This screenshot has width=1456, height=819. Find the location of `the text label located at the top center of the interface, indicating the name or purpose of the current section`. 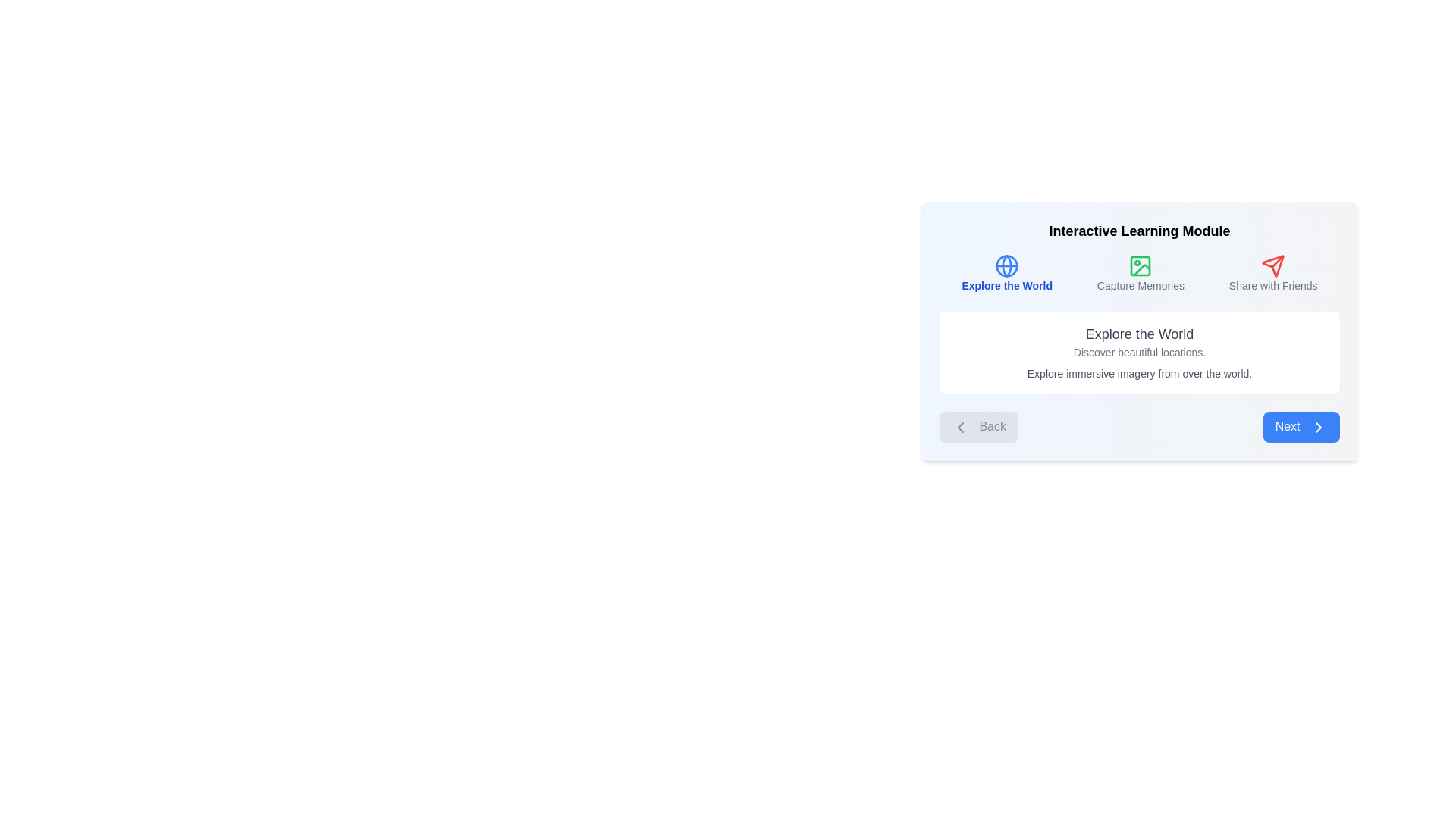

the text label located at the top center of the interface, indicating the name or purpose of the current section is located at coordinates (1139, 231).